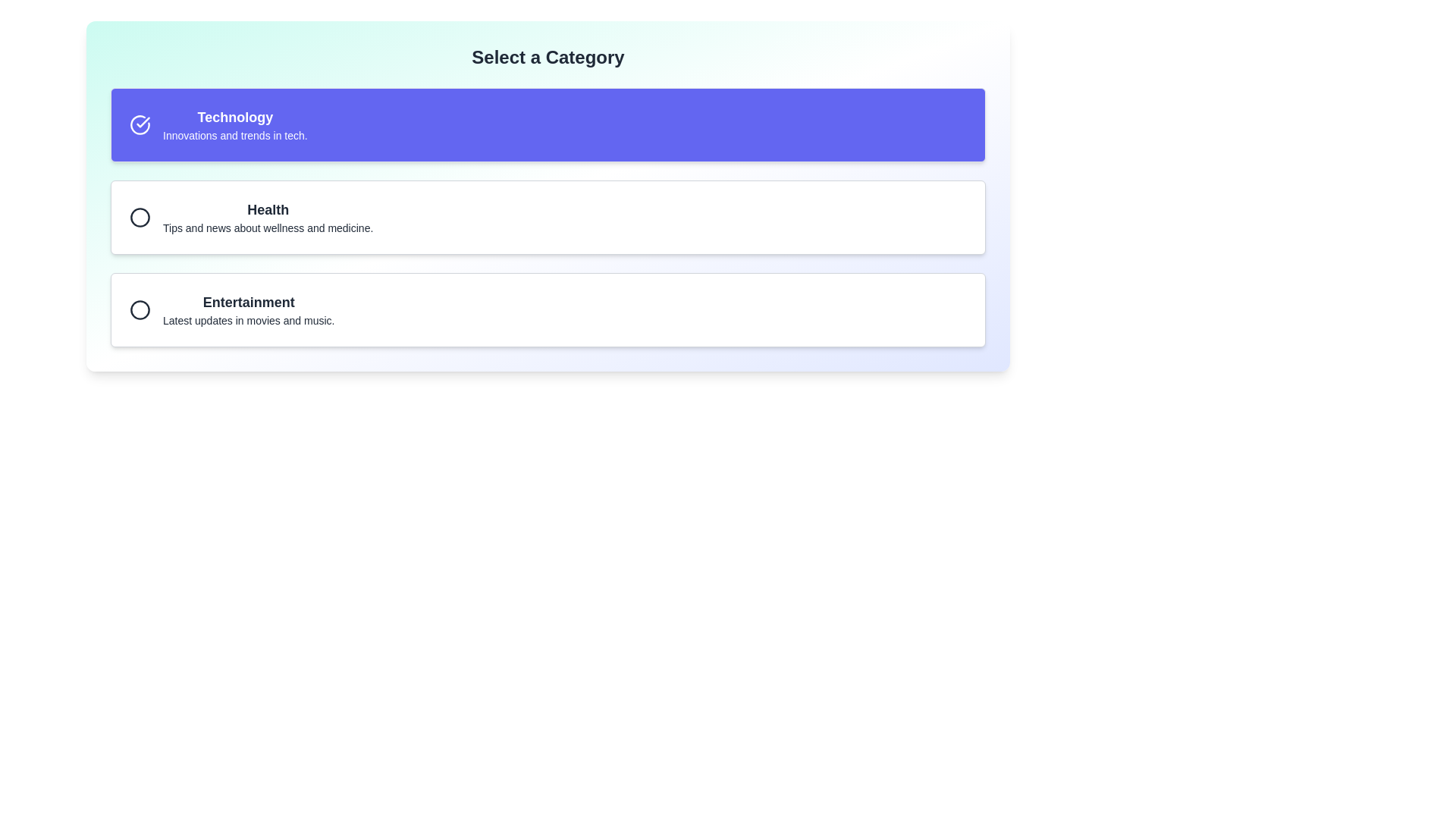 The height and width of the screenshot is (819, 1456). What do you see at coordinates (234, 124) in the screenshot?
I see `the 'Technology' category selection button` at bounding box center [234, 124].